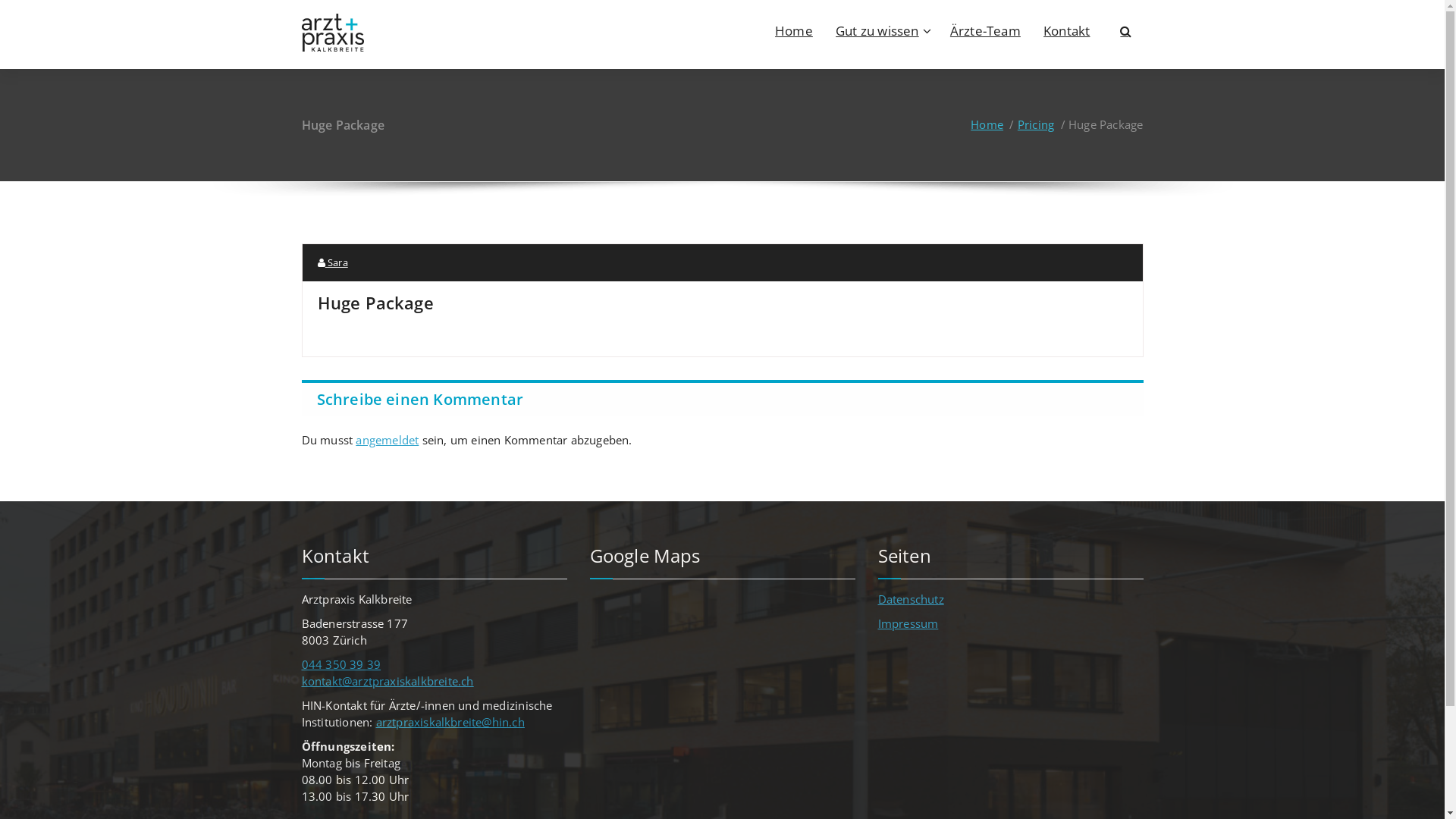 This screenshot has height=819, width=1456. I want to click on 'Datenschutz', so click(910, 598).